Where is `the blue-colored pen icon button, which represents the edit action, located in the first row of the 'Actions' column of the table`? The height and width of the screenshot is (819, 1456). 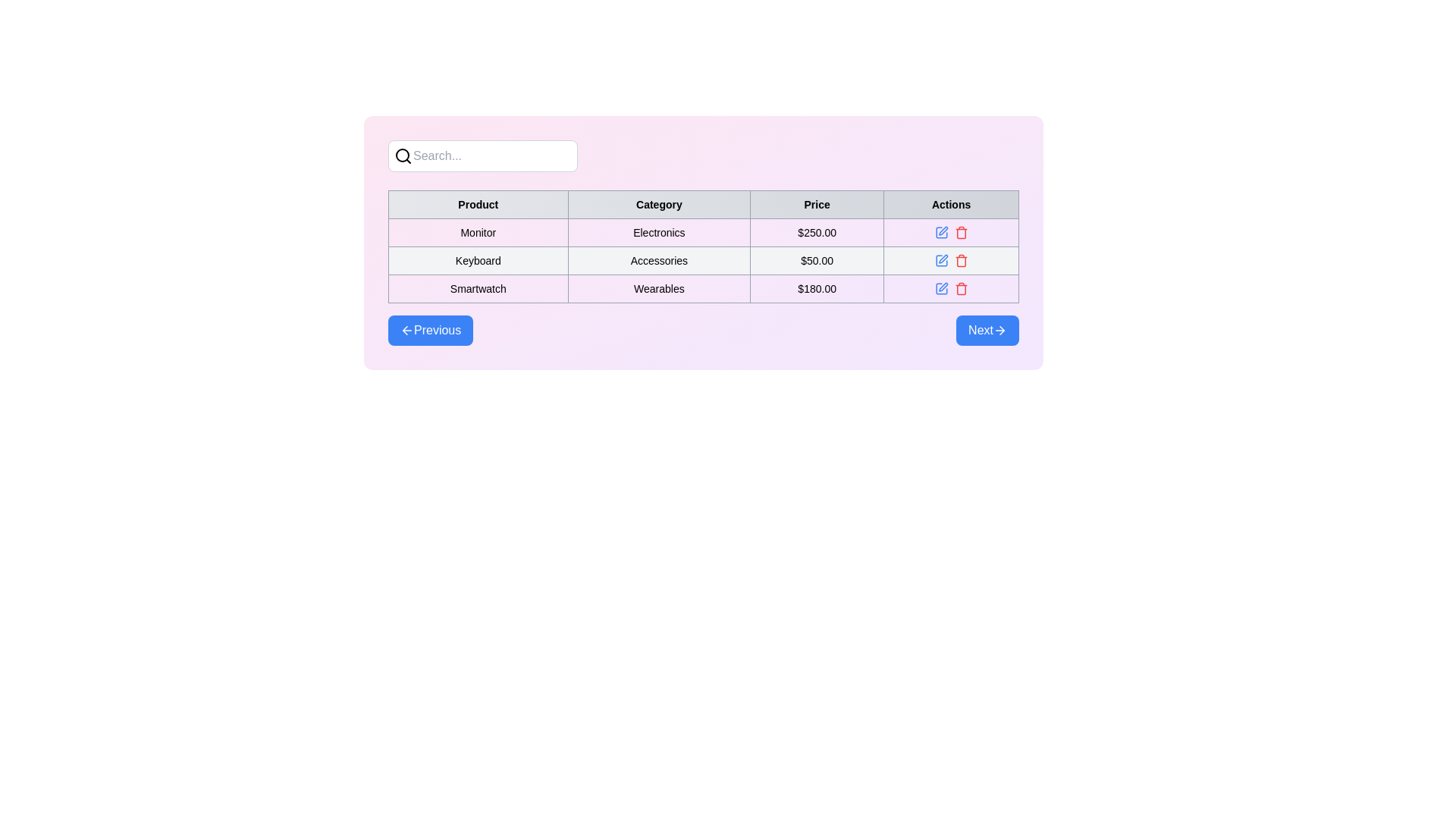
the blue-colored pen icon button, which represents the edit action, located in the first row of the 'Actions' column of the table is located at coordinates (940, 233).